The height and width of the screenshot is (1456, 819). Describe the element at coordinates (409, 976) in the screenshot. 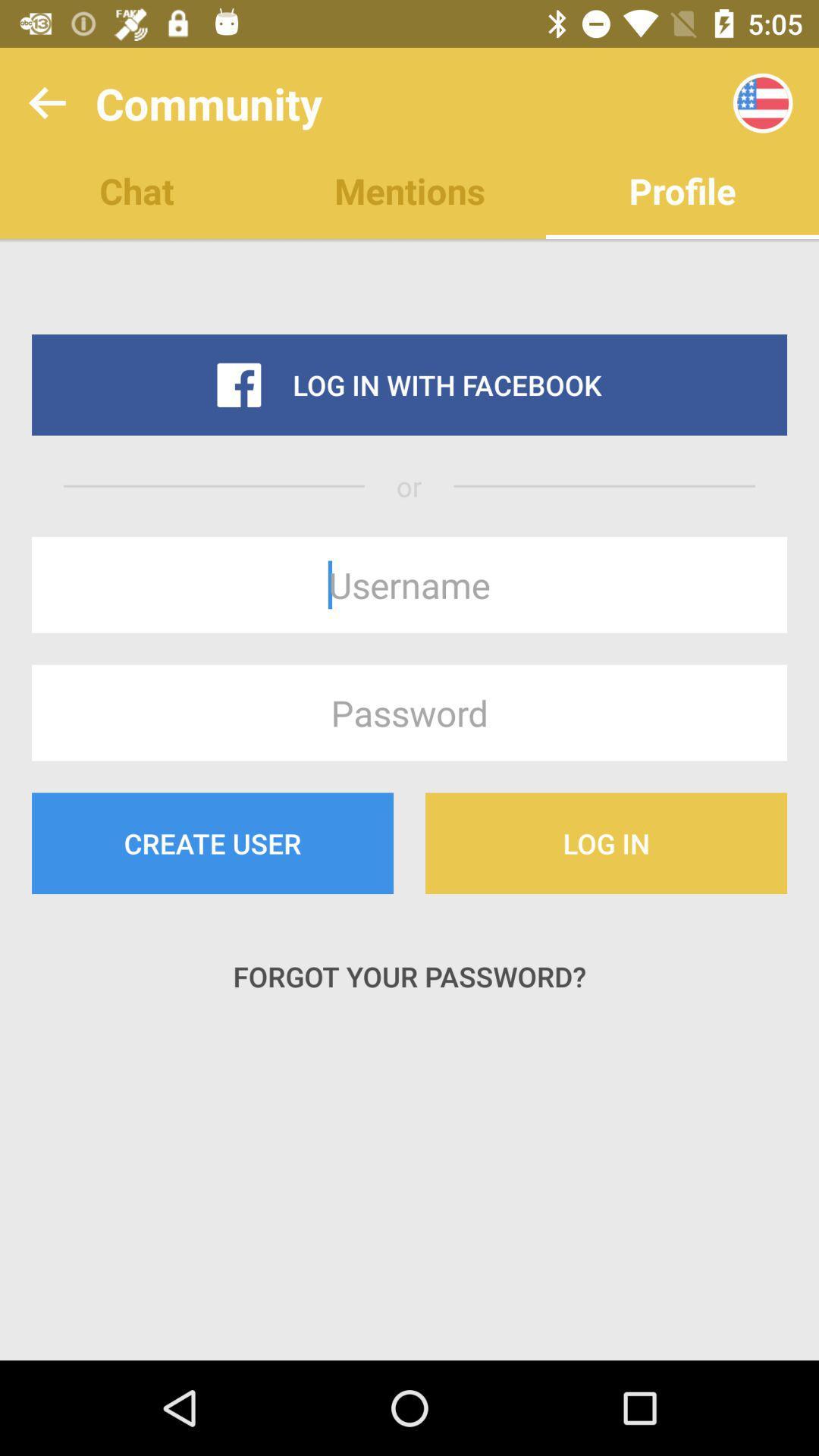

I see `forgot your password? icon` at that location.